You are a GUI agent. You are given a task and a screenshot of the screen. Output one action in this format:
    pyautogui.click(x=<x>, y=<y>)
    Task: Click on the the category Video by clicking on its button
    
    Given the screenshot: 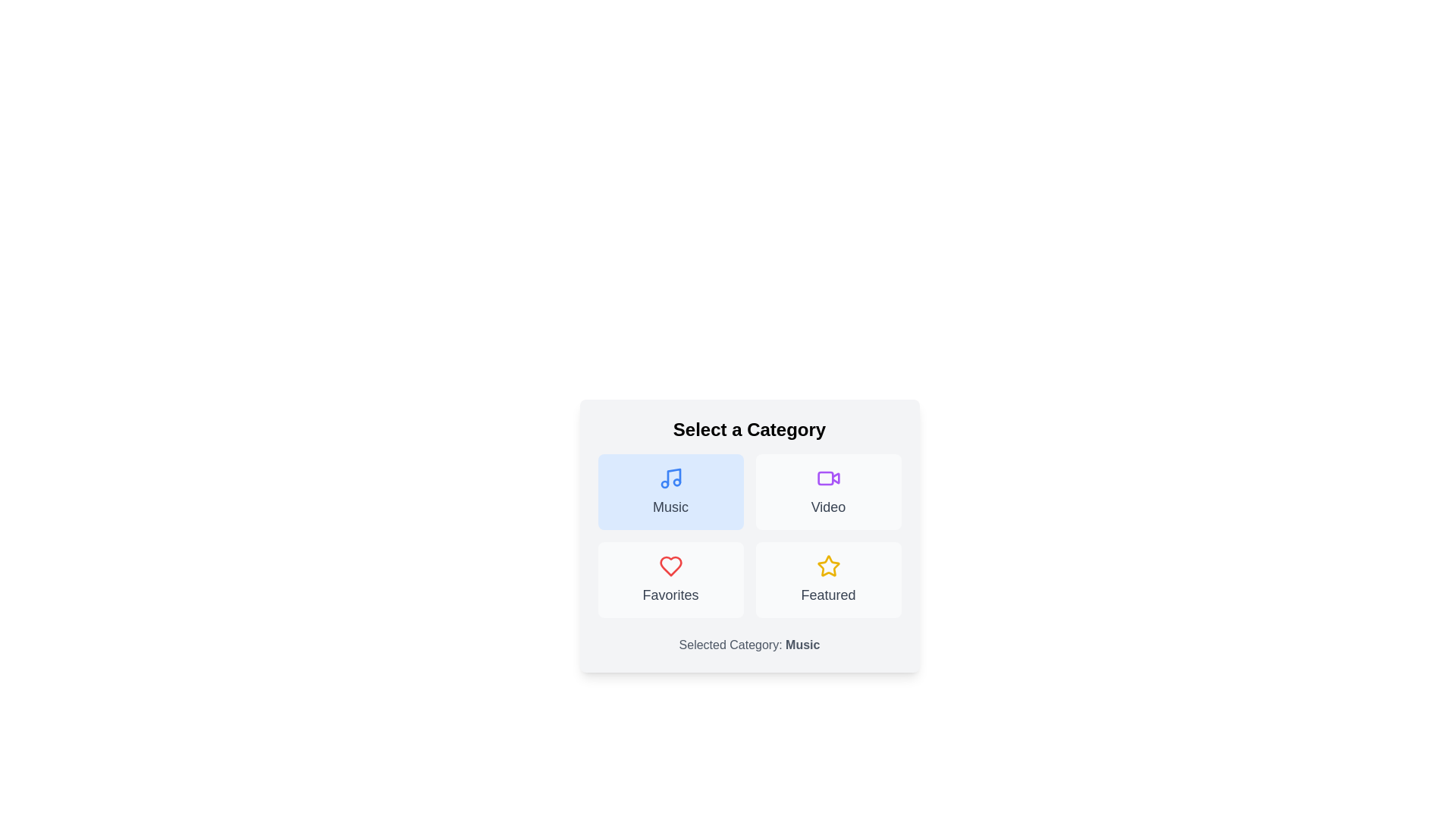 What is the action you would take?
    pyautogui.click(x=827, y=491)
    